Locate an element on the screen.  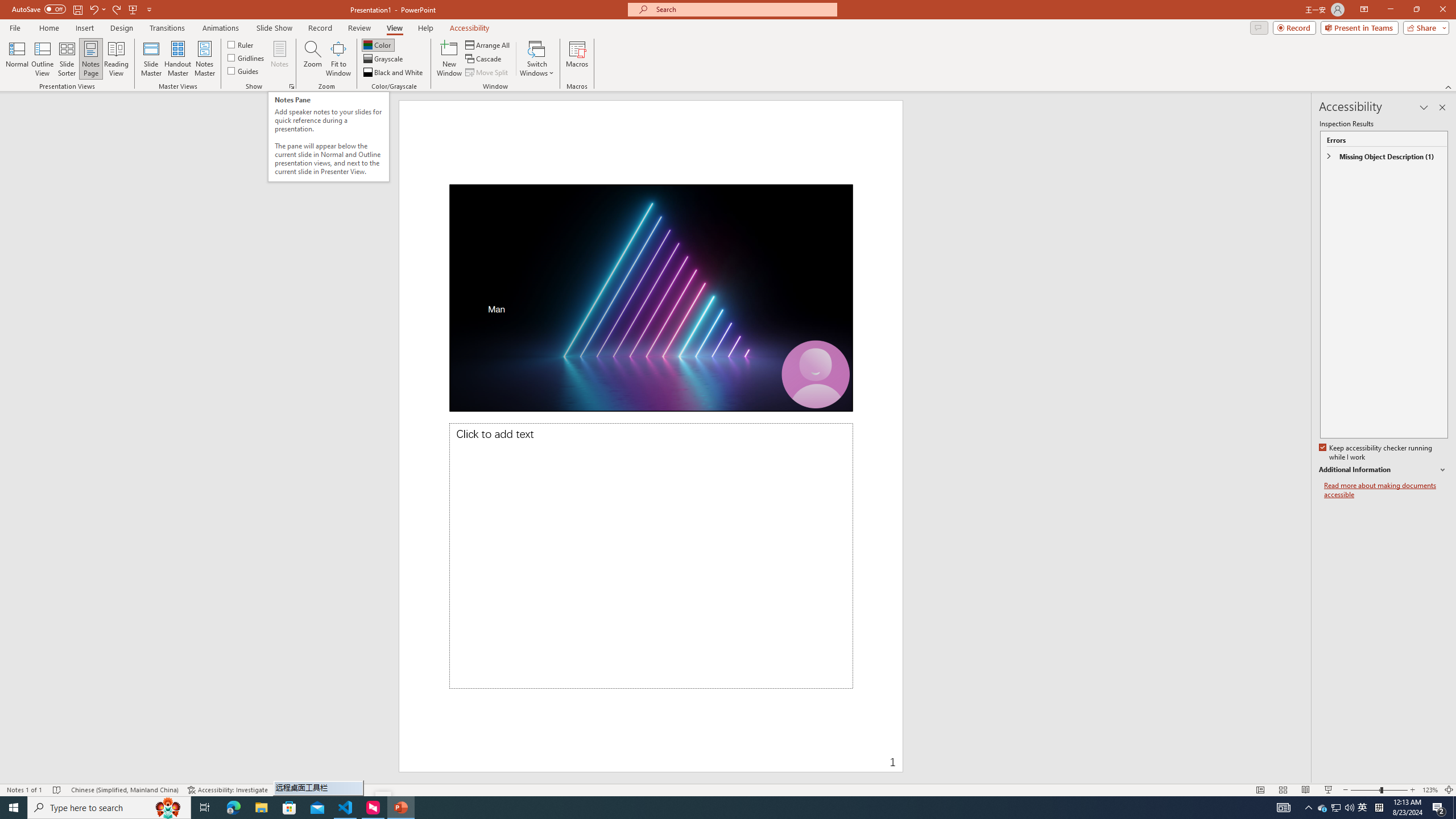
'Handout Master' is located at coordinates (177, 59).